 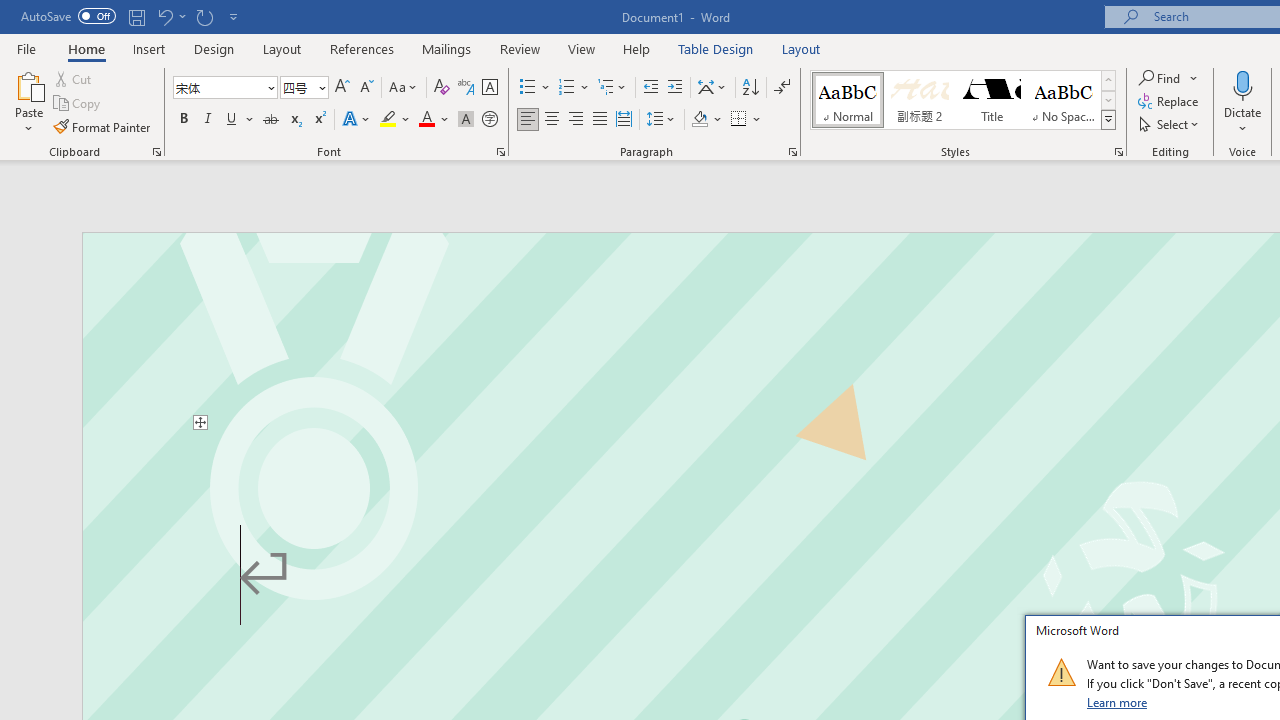 I want to click on 'Repeat Text Fill Effect', so click(x=204, y=16).